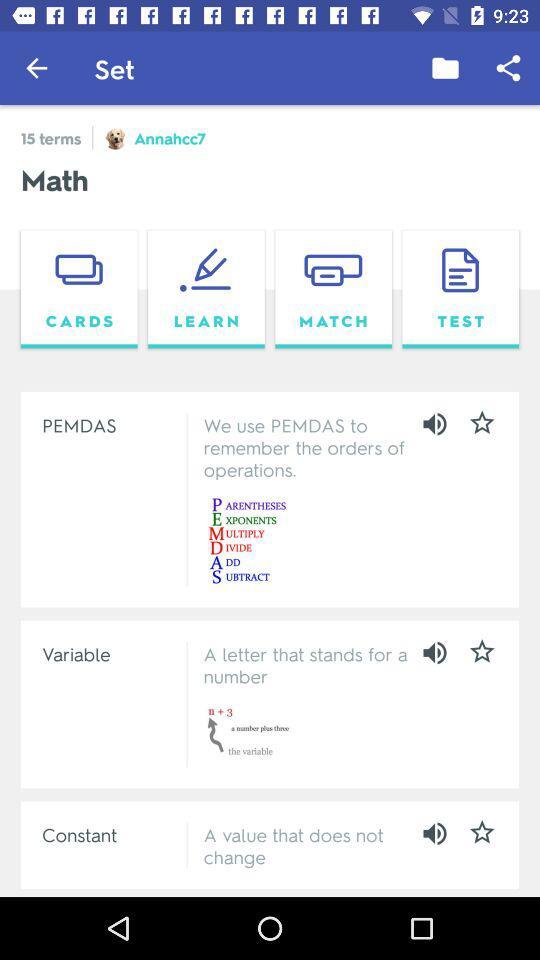  What do you see at coordinates (445, 68) in the screenshot?
I see `the item next to the set icon` at bounding box center [445, 68].